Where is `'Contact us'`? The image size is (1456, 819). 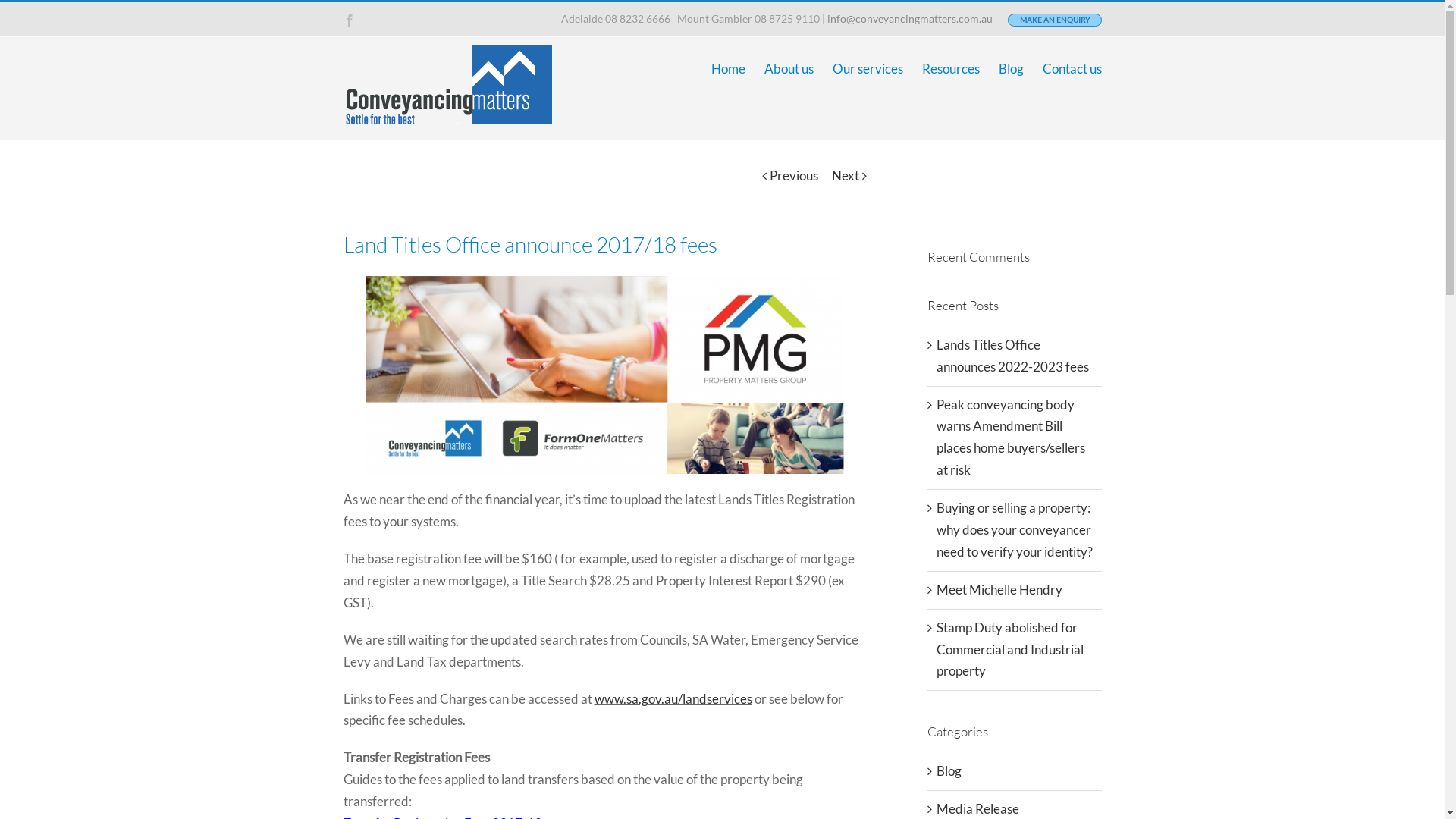
'Contact us' is located at coordinates (1070, 68).